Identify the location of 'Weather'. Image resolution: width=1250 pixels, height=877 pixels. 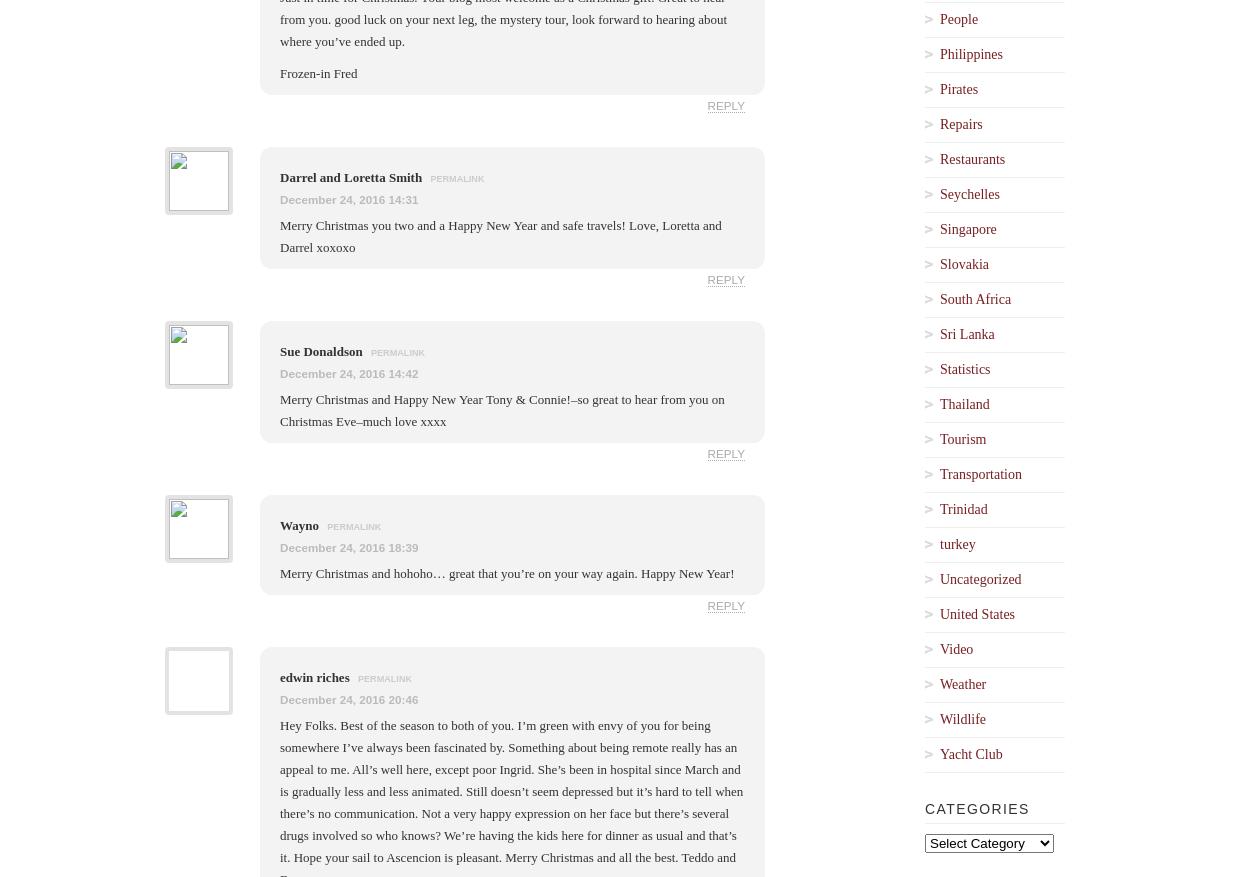
(962, 683).